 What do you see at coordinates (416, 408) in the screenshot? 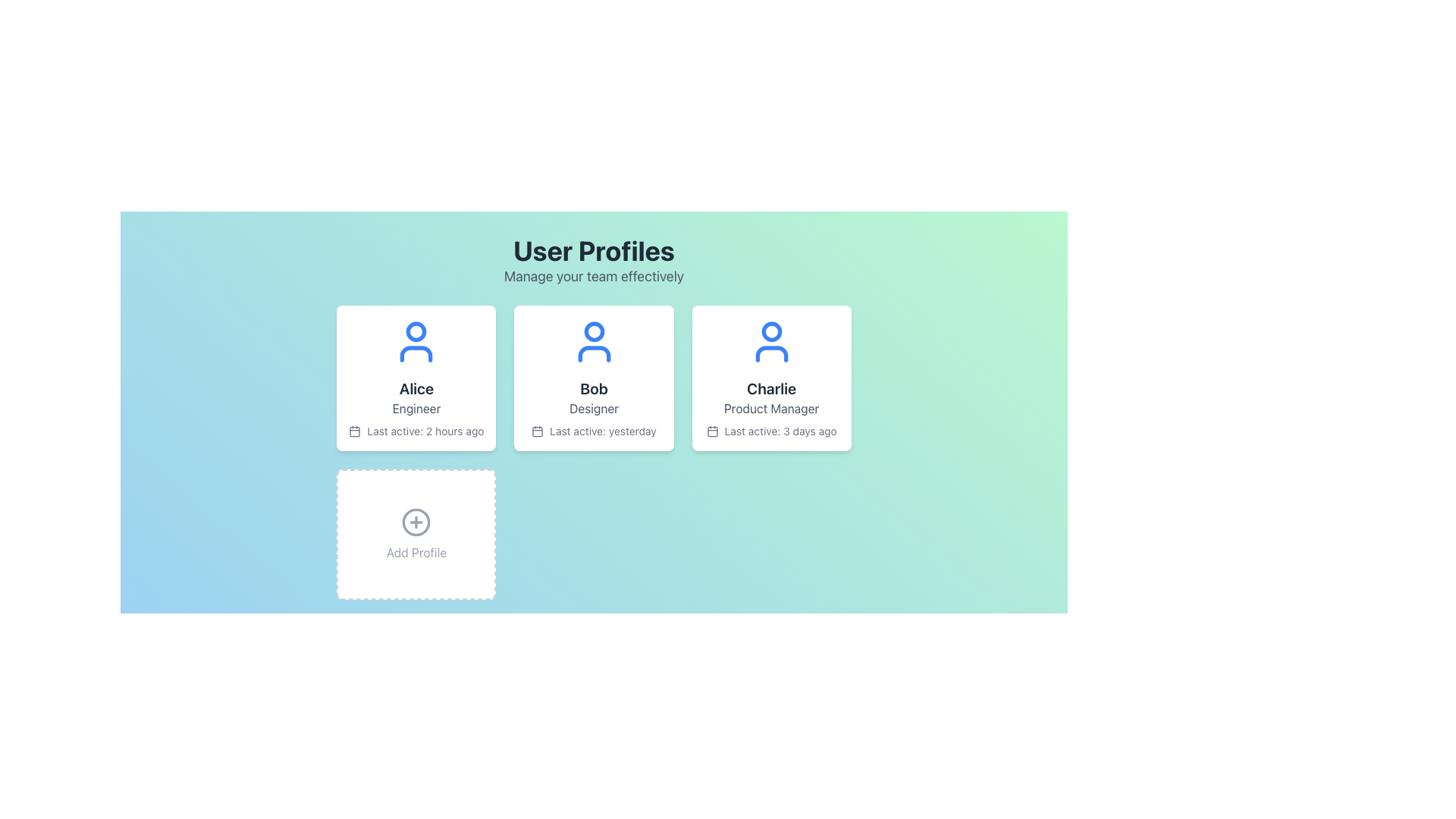
I see `the text label displaying 'Engineer' located below the user's name 'Alice' in the user details card` at bounding box center [416, 408].